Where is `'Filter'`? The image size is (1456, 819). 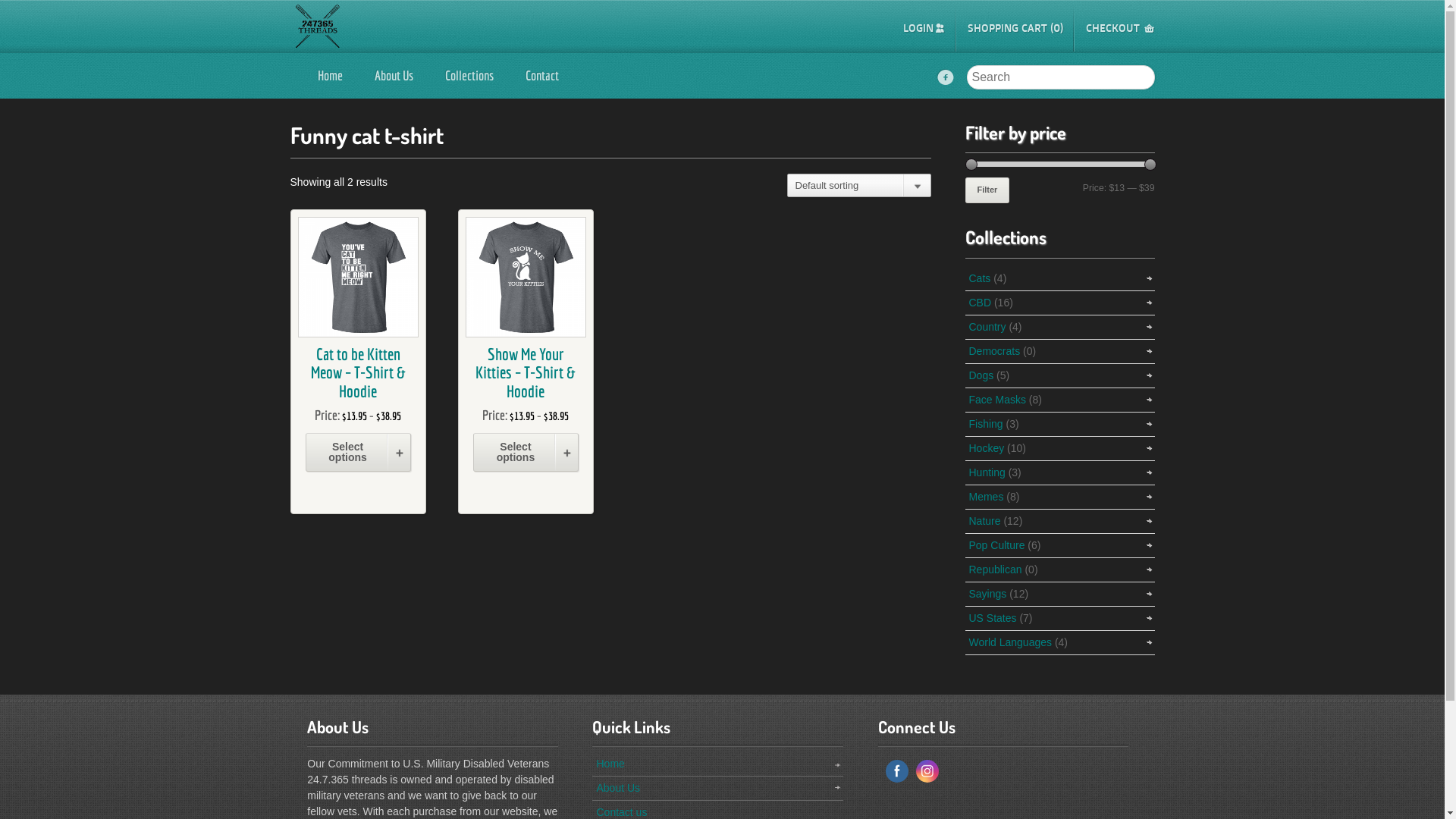 'Filter' is located at coordinates (987, 189).